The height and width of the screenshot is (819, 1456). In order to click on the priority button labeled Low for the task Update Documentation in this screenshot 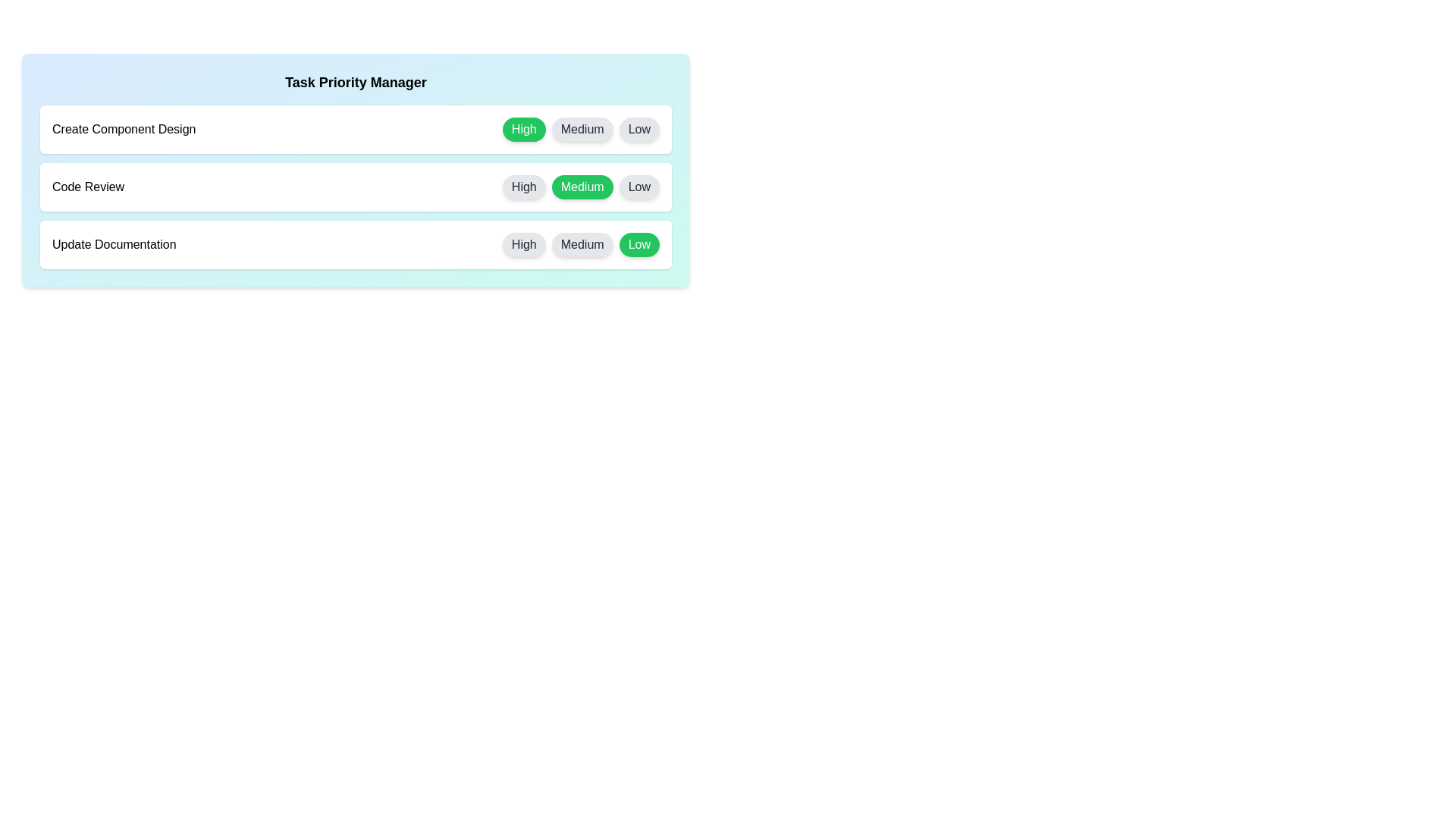, I will do `click(639, 244)`.